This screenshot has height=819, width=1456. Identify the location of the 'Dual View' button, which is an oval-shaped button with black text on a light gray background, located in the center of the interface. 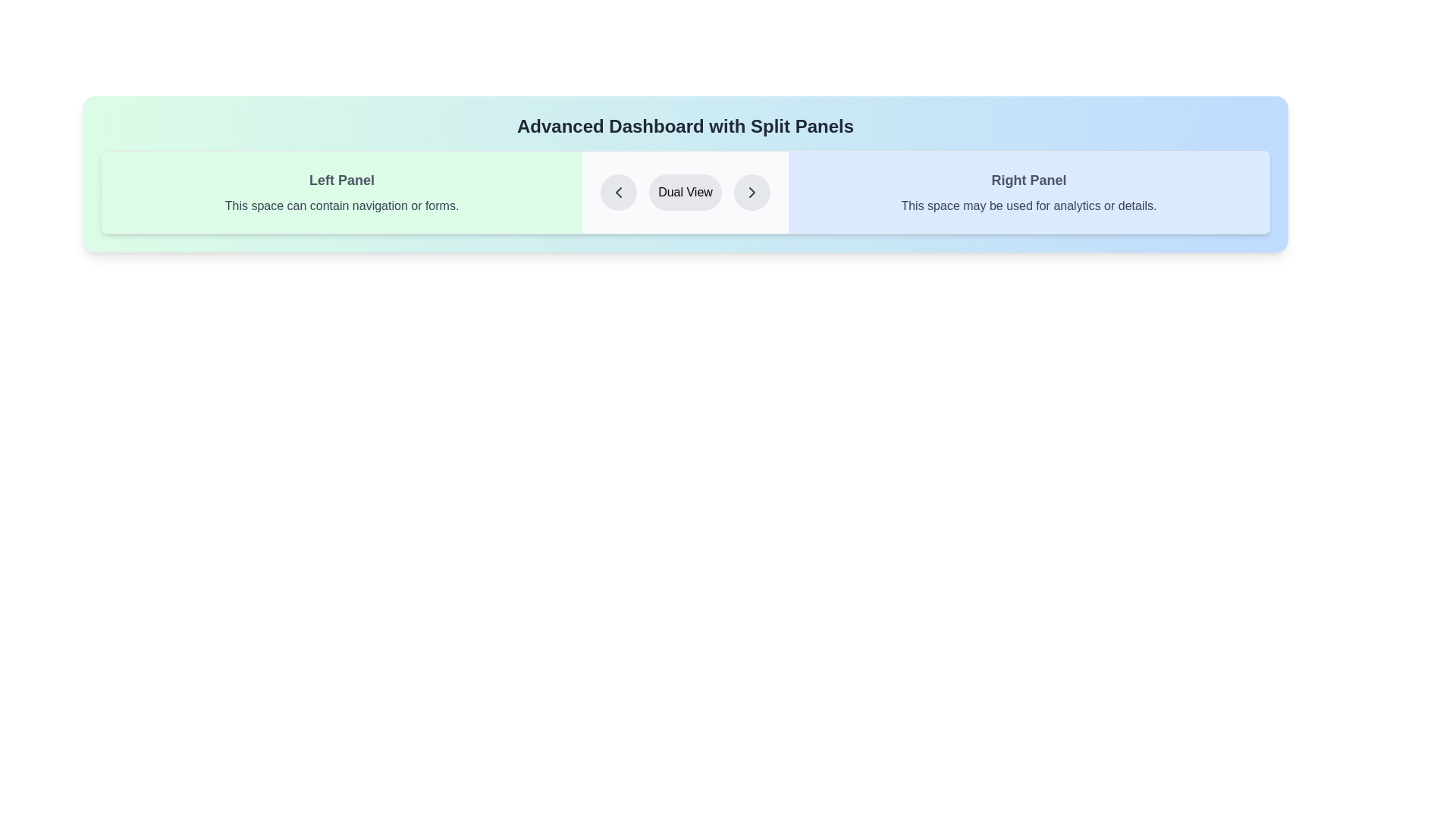
(684, 192).